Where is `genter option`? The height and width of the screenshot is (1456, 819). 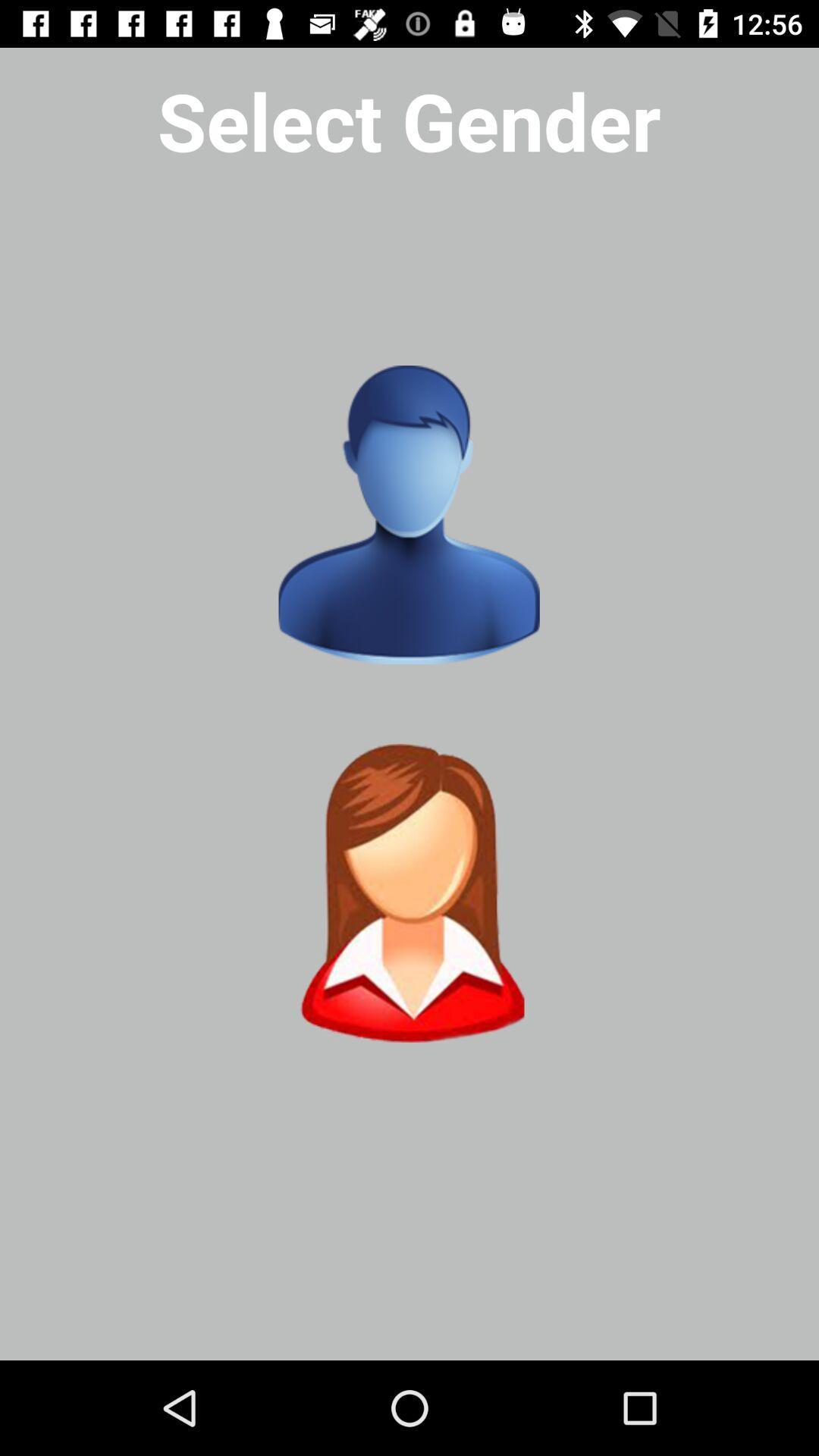 genter option is located at coordinates (408, 515).